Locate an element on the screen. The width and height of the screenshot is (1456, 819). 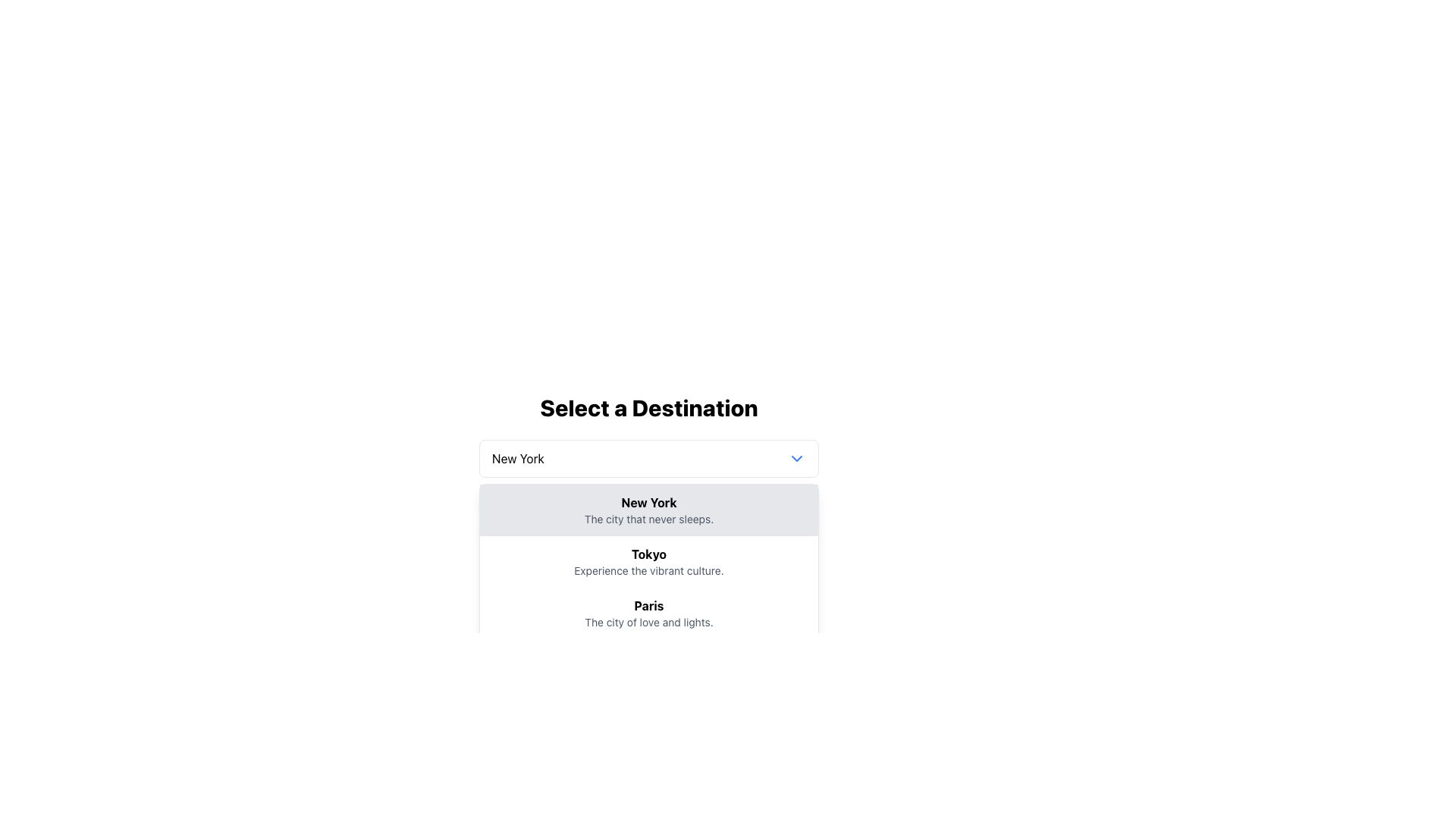
supplementary information displayed under the title 'New York' in the dropdown menu, which provides additional context for the selected item is located at coordinates (648, 516).